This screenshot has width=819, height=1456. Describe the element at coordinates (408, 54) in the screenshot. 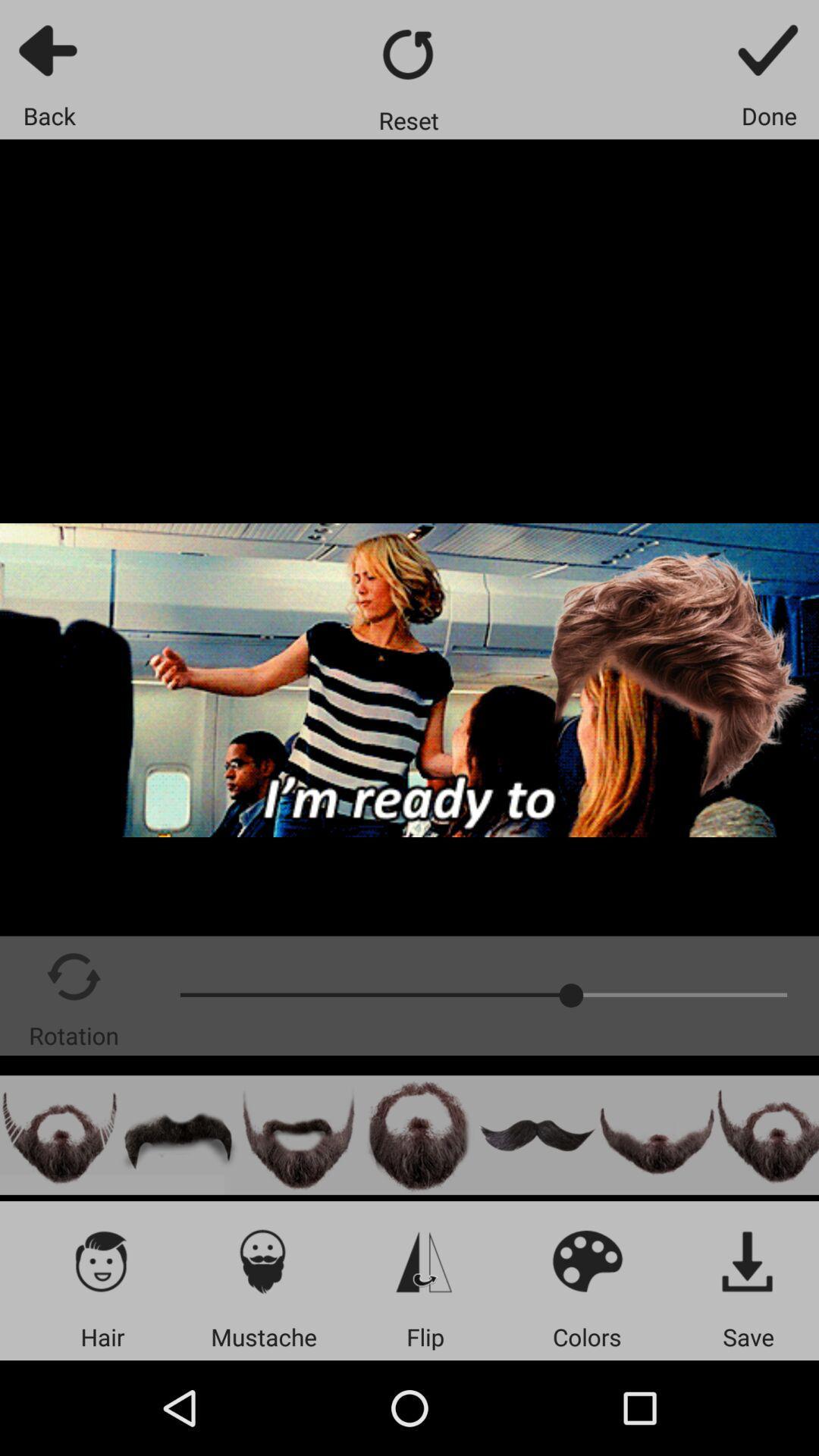

I see `reset button` at that location.